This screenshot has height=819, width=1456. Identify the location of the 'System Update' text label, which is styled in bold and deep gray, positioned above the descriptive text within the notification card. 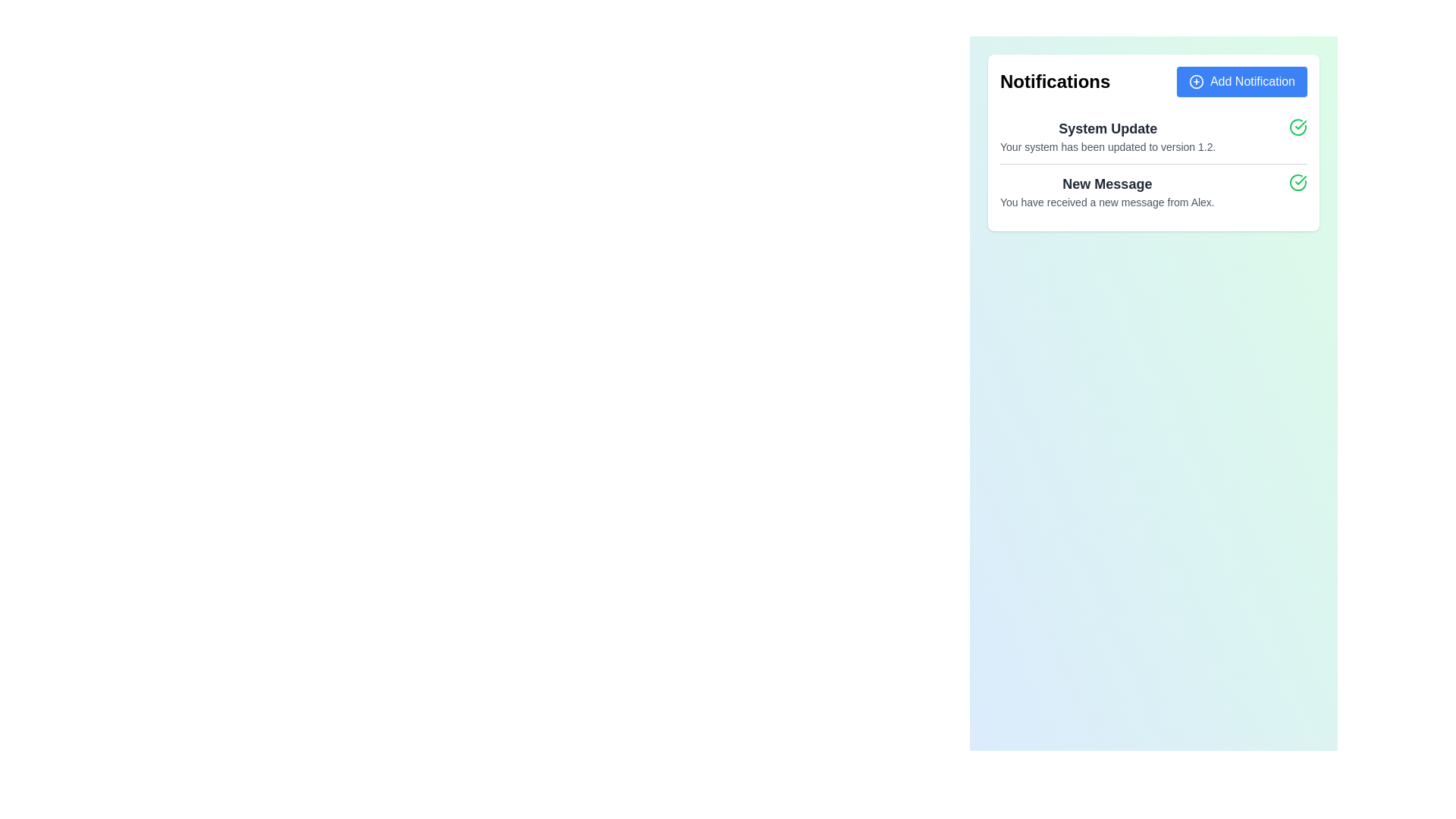
(1108, 127).